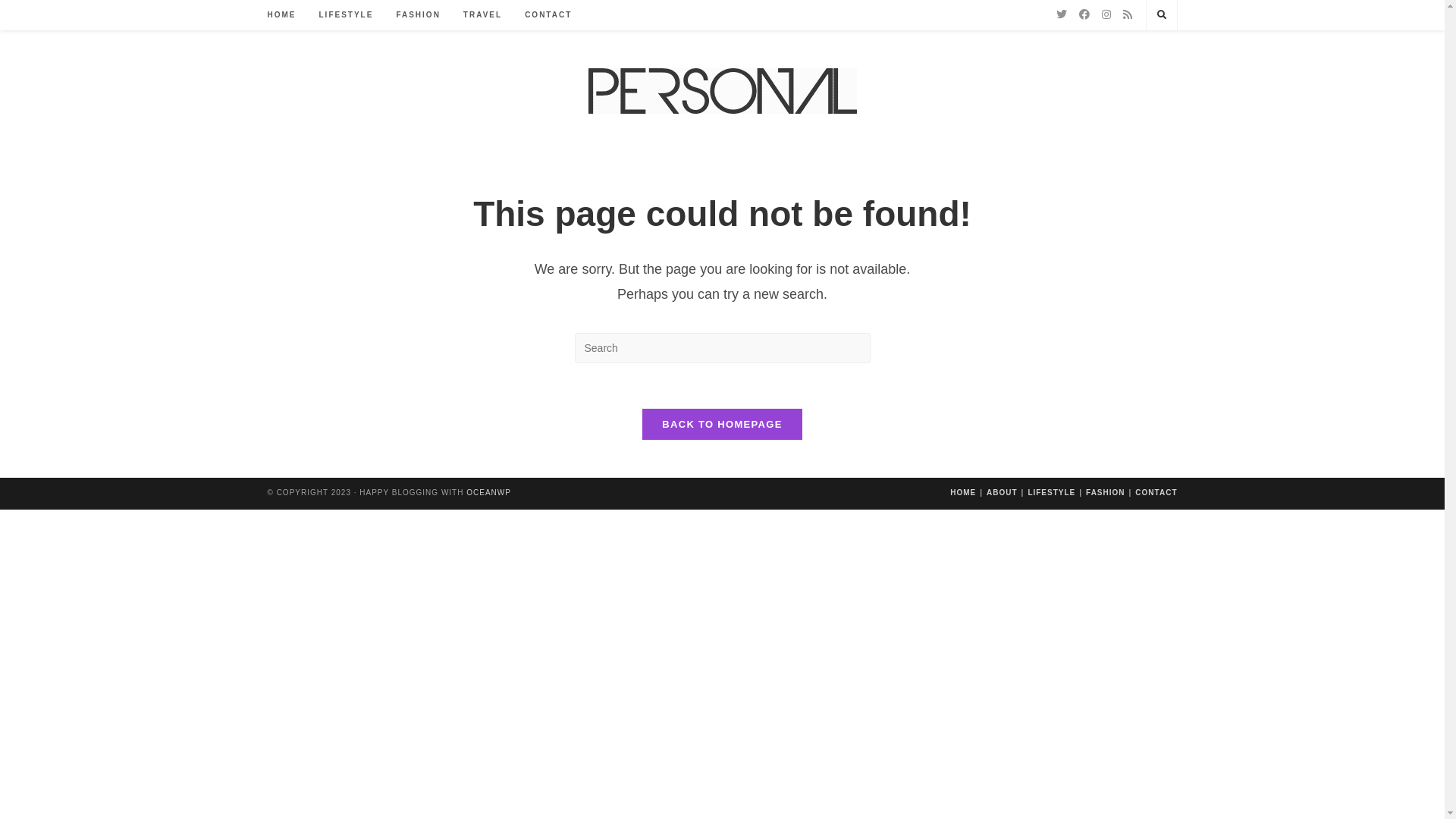 Image resolution: width=1456 pixels, height=819 pixels. I want to click on 'LIFESTYLE', so click(1050, 492).